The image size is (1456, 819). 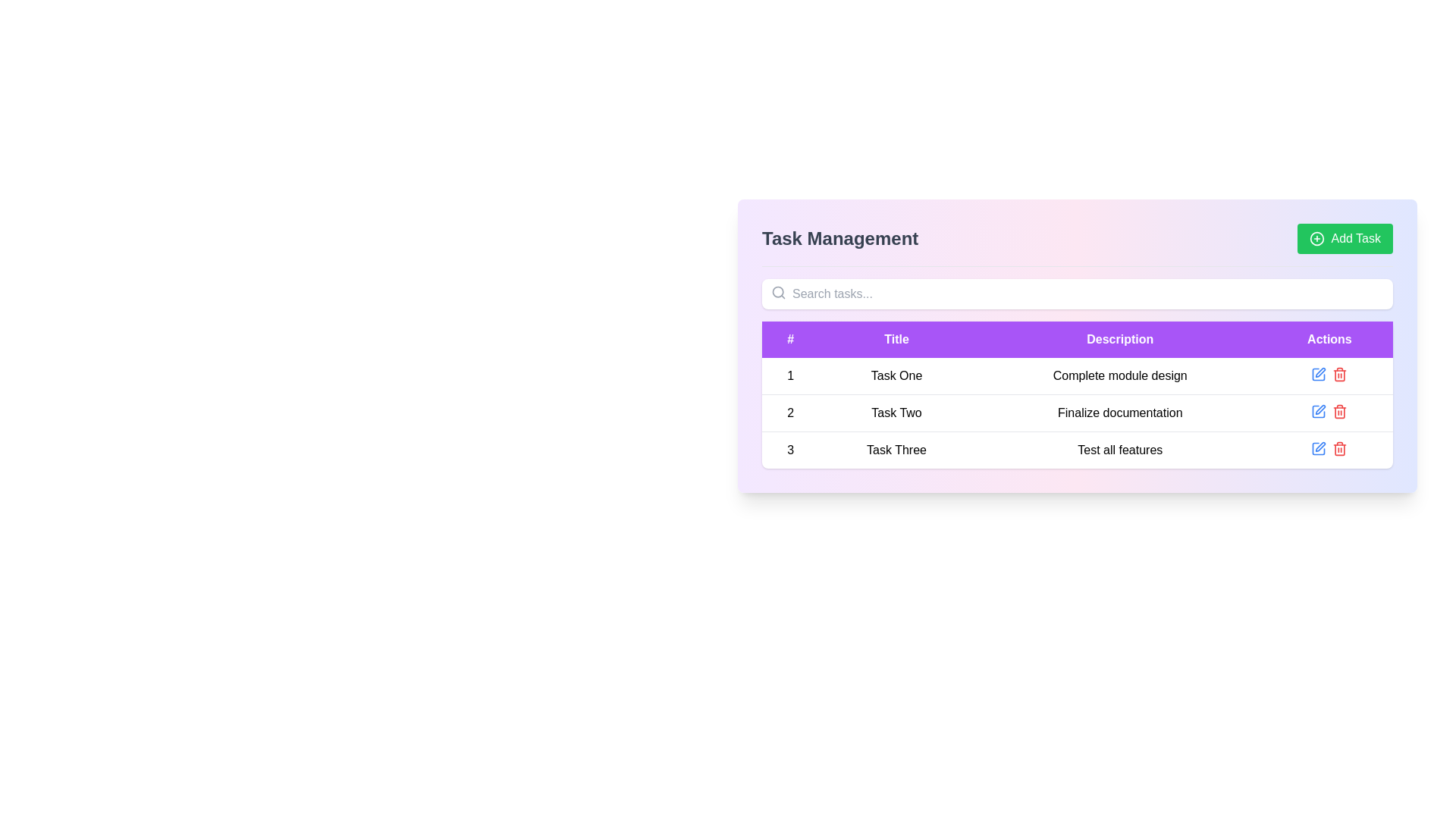 What do you see at coordinates (789, 375) in the screenshot?
I see `the text label that displays the serial number for 'Task One', located in the numerical column under '#' in the task table` at bounding box center [789, 375].